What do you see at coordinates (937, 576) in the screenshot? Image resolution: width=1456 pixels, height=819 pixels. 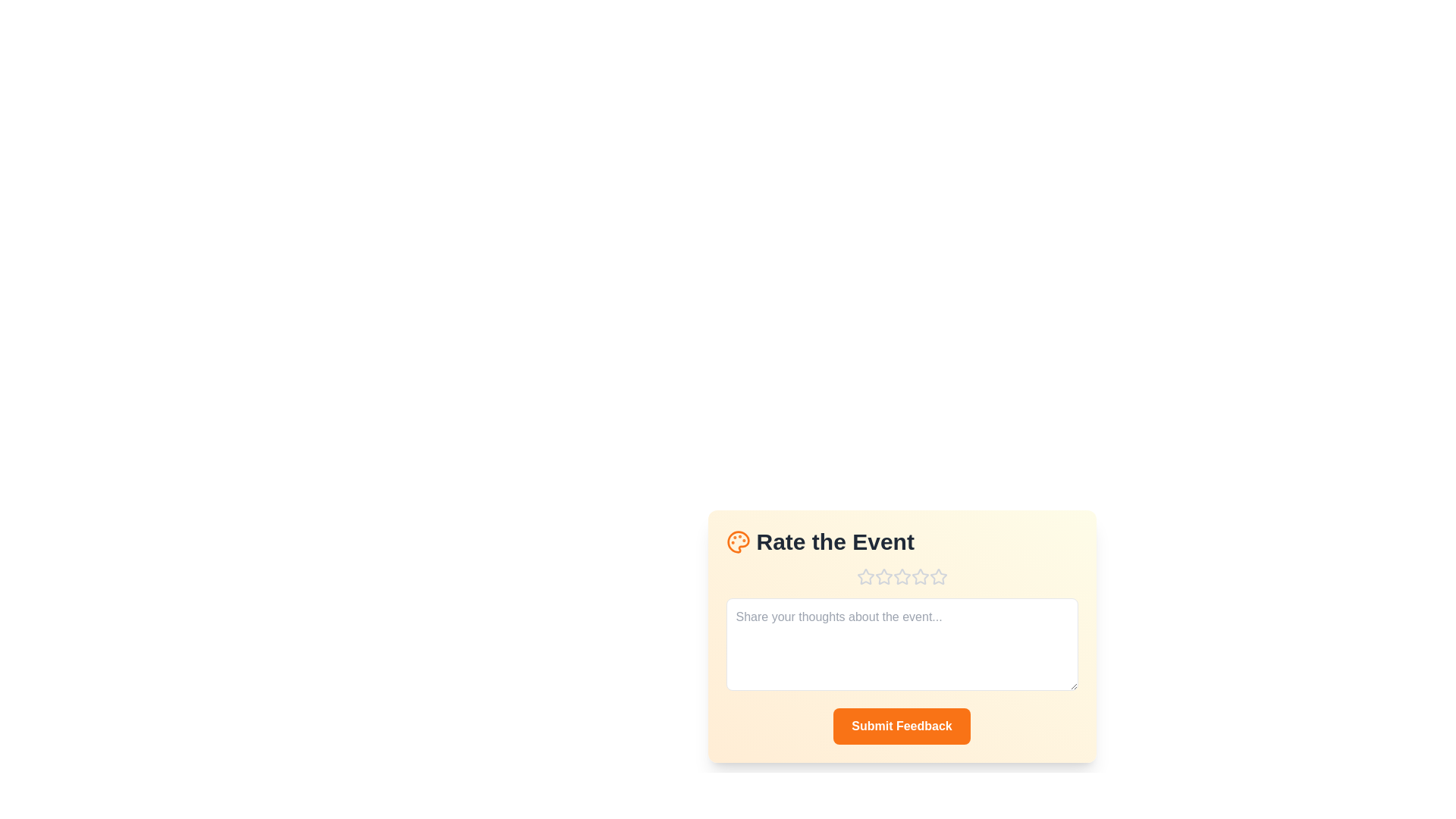 I see `the star corresponding to the desired rating 5 to set the rating` at bounding box center [937, 576].